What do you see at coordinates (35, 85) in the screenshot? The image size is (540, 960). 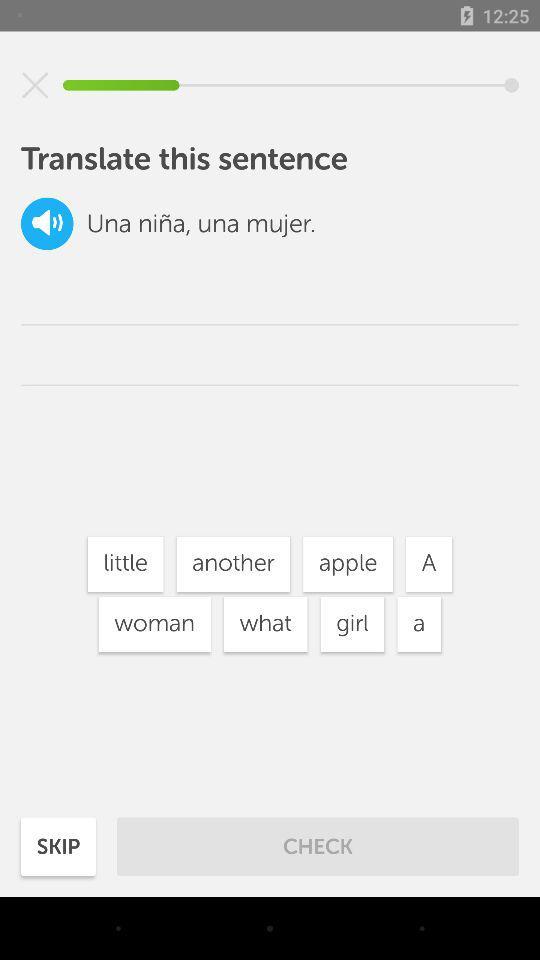 I see `stop playback` at bounding box center [35, 85].